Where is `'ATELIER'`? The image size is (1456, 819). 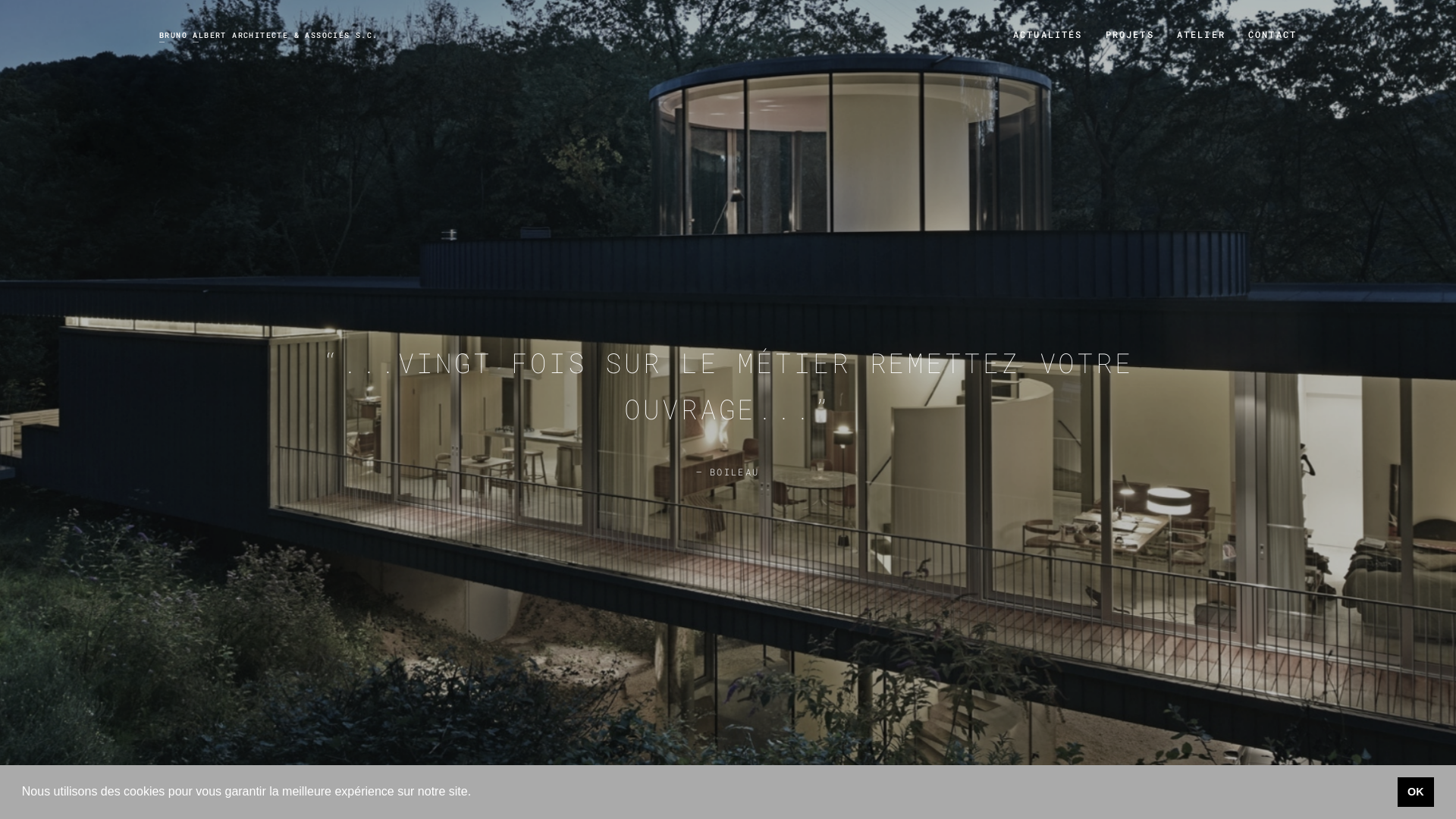
'ATELIER' is located at coordinates (1200, 34).